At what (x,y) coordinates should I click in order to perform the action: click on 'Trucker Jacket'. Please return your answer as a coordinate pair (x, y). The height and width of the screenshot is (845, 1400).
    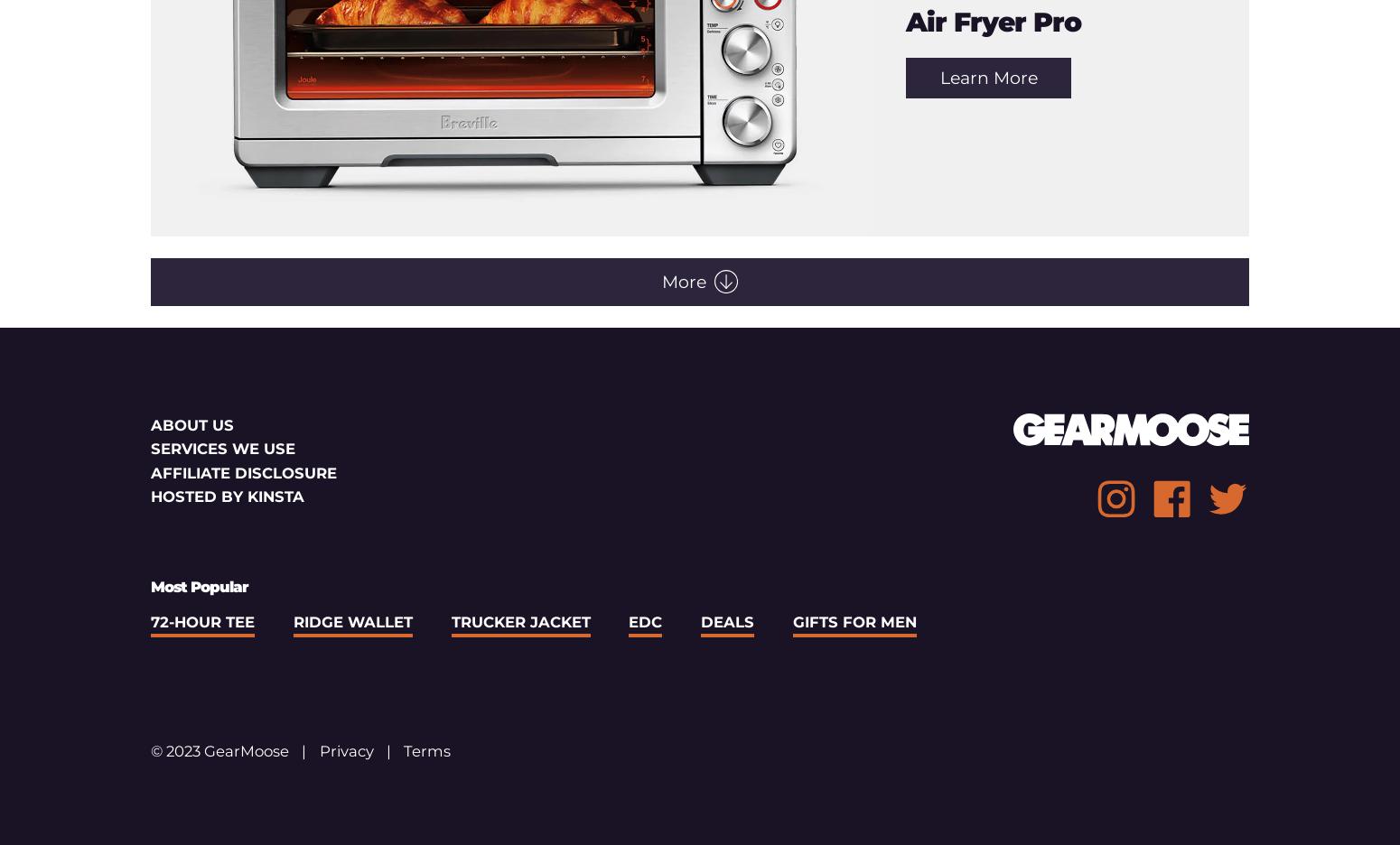
    Looking at the image, I should click on (519, 620).